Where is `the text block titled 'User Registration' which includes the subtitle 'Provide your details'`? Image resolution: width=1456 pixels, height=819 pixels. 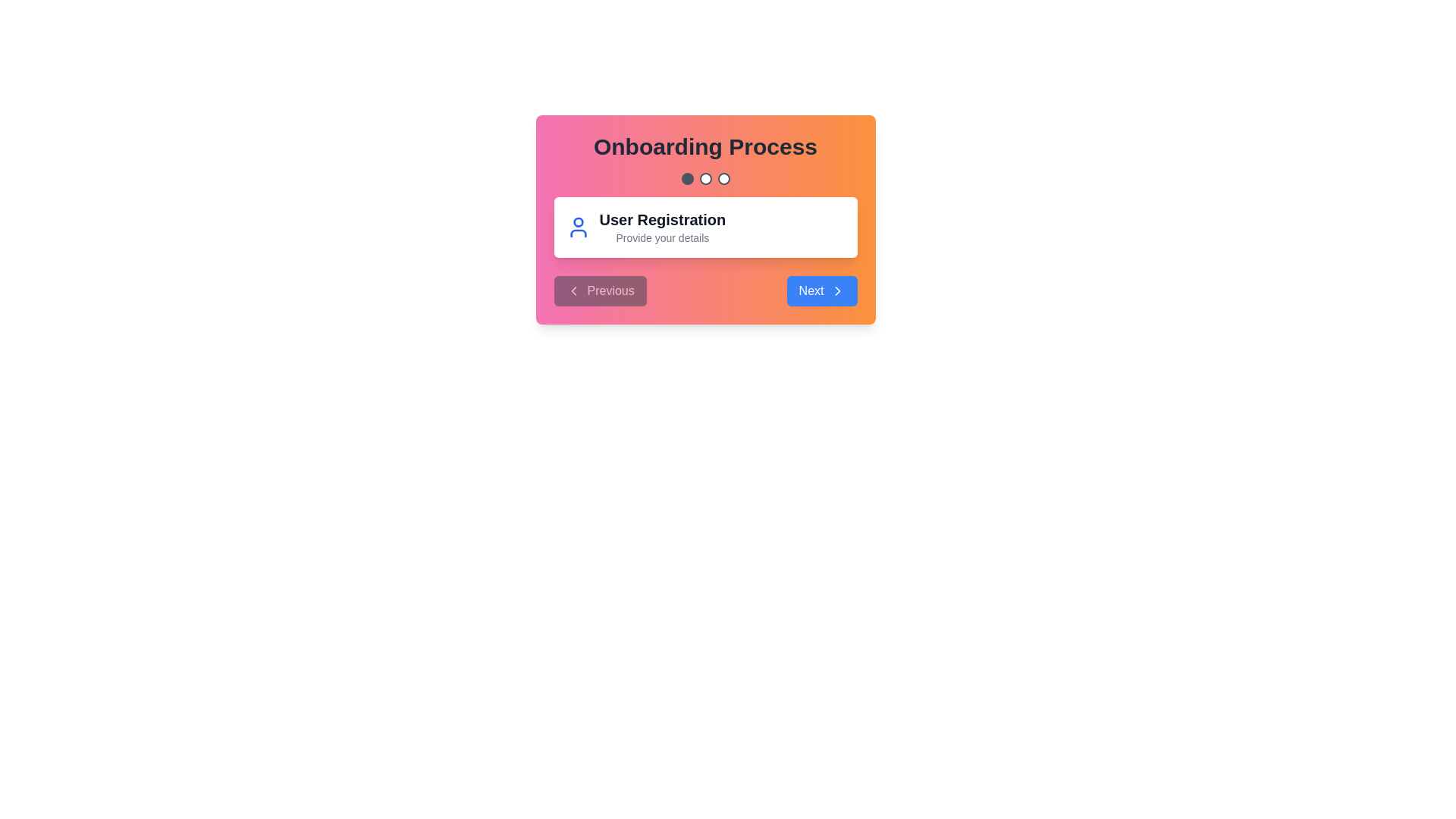 the text block titled 'User Registration' which includes the subtitle 'Provide your details' is located at coordinates (662, 227).